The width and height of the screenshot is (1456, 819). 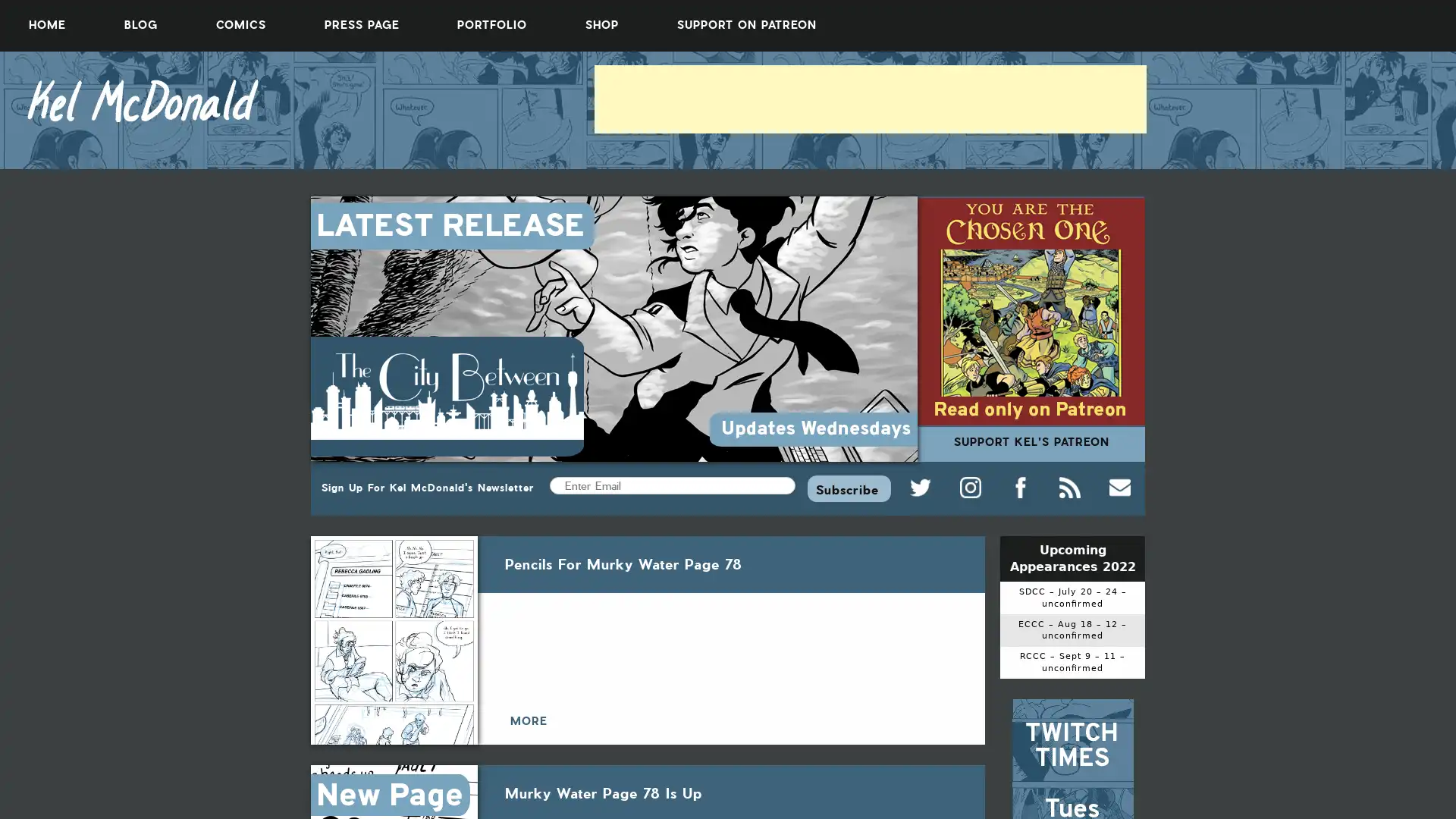 What do you see at coordinates (848, 488) in the screenshot?
I see `Subscribe` at bounding box center [848, 488].